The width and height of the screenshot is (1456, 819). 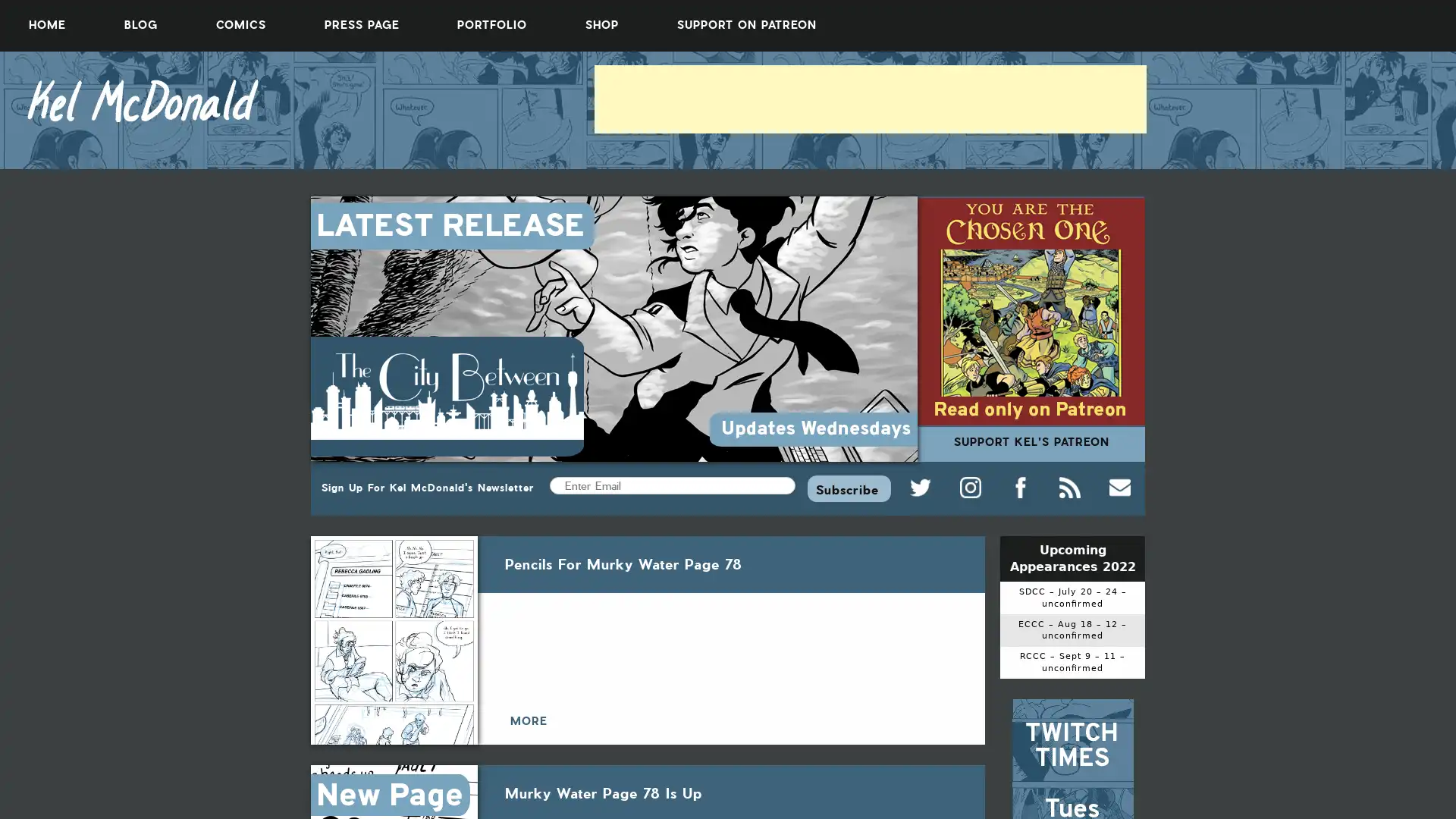 What do you see at coordinates (848, 488) in the screenshot?
I see `Subscribe` at bounding box center [848, 488].